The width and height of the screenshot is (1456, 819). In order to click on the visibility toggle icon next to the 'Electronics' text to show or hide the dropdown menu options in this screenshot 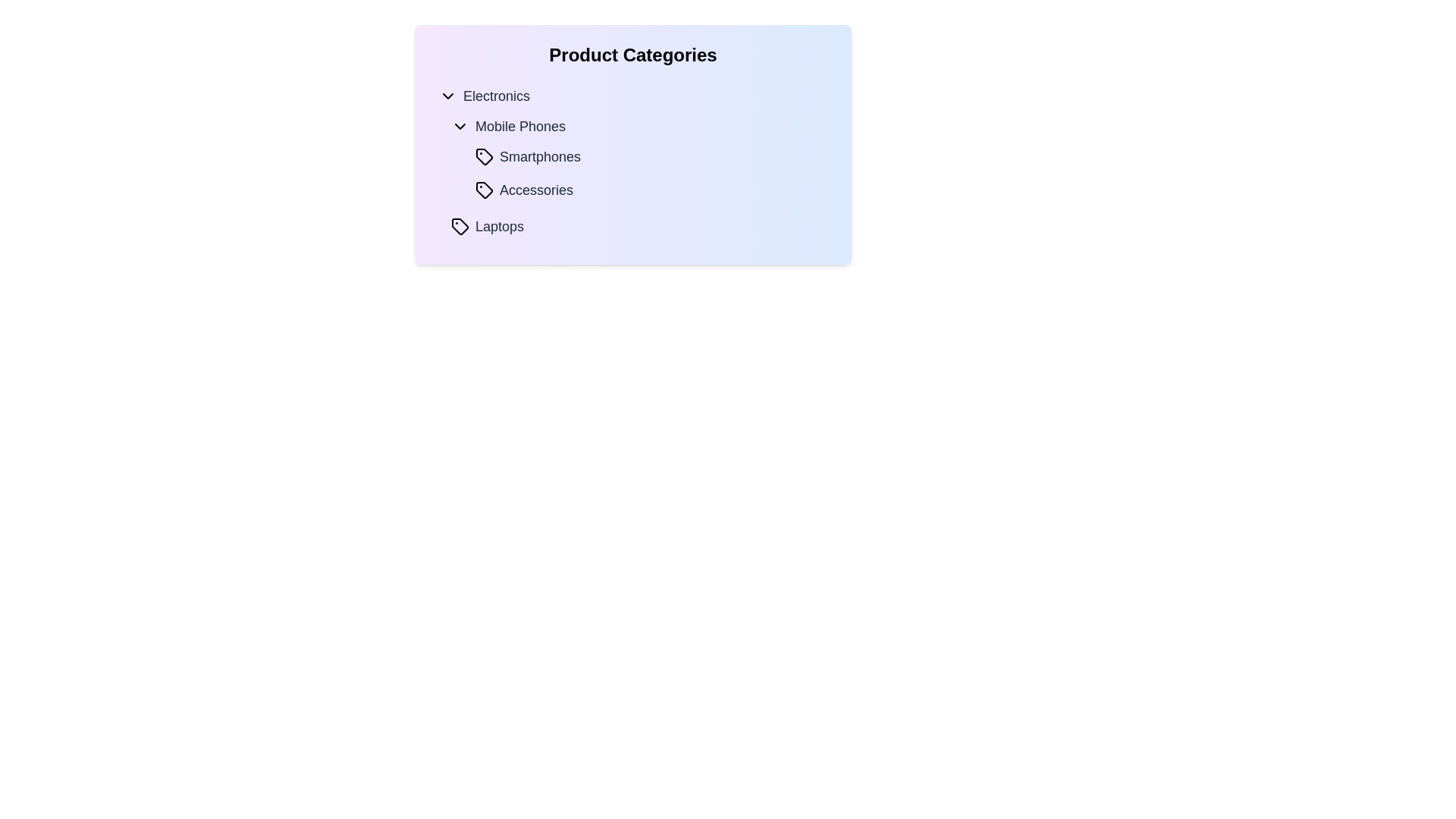, I will do `click(447, 96)`.